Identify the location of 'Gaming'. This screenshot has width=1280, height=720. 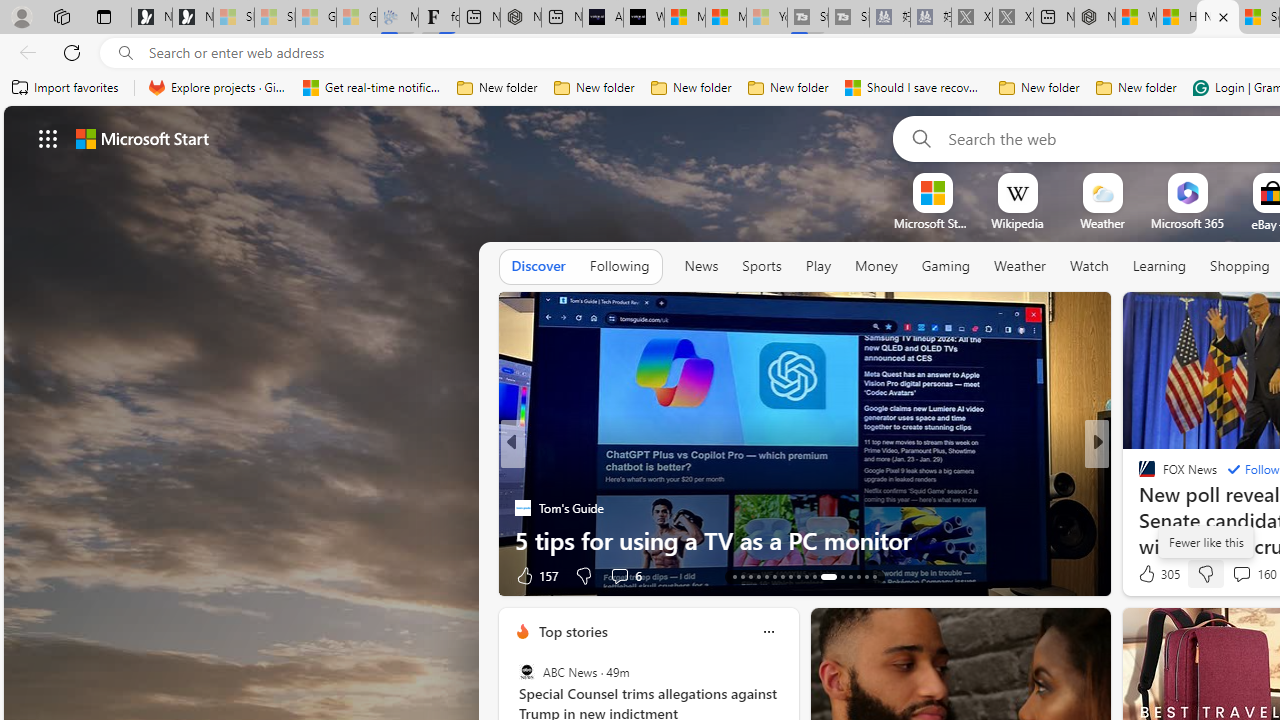
(944, 265).